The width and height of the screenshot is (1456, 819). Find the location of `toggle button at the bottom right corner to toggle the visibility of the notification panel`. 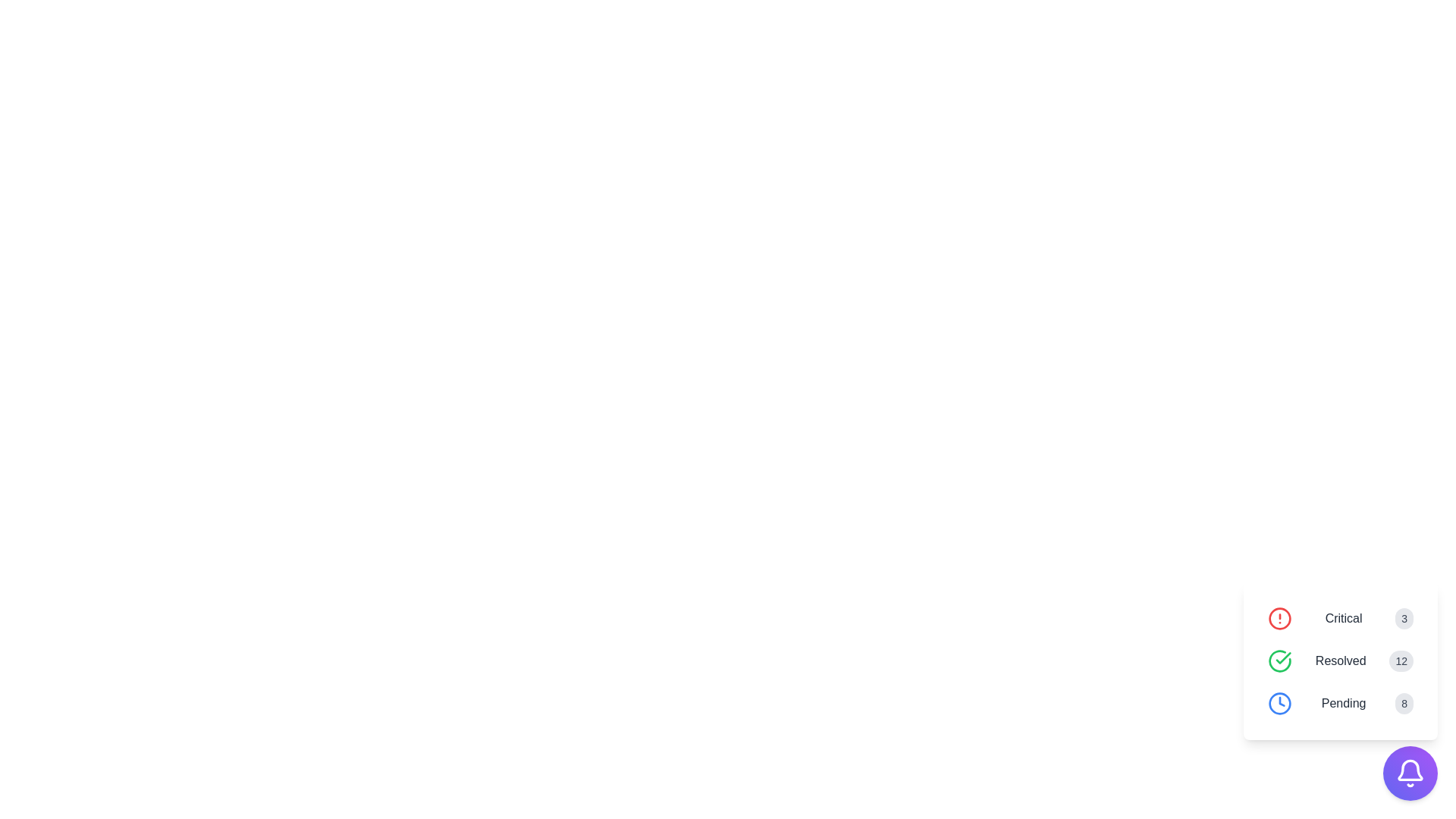

toggle button at the bottom right corner to toggle the visibility of the notification panel is located at coordinates (1410, 773).